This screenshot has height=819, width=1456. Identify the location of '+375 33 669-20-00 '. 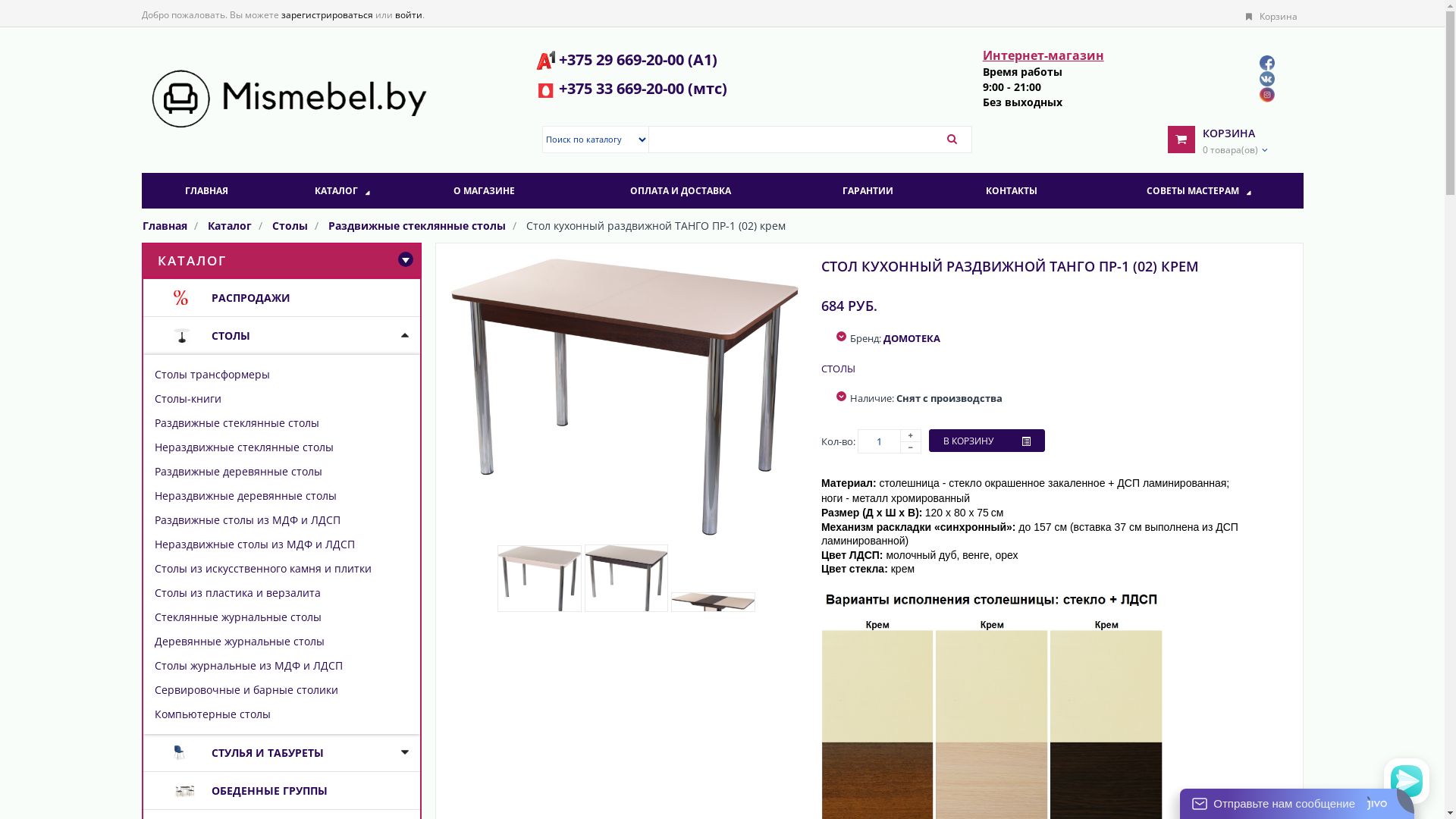
(558, 88).